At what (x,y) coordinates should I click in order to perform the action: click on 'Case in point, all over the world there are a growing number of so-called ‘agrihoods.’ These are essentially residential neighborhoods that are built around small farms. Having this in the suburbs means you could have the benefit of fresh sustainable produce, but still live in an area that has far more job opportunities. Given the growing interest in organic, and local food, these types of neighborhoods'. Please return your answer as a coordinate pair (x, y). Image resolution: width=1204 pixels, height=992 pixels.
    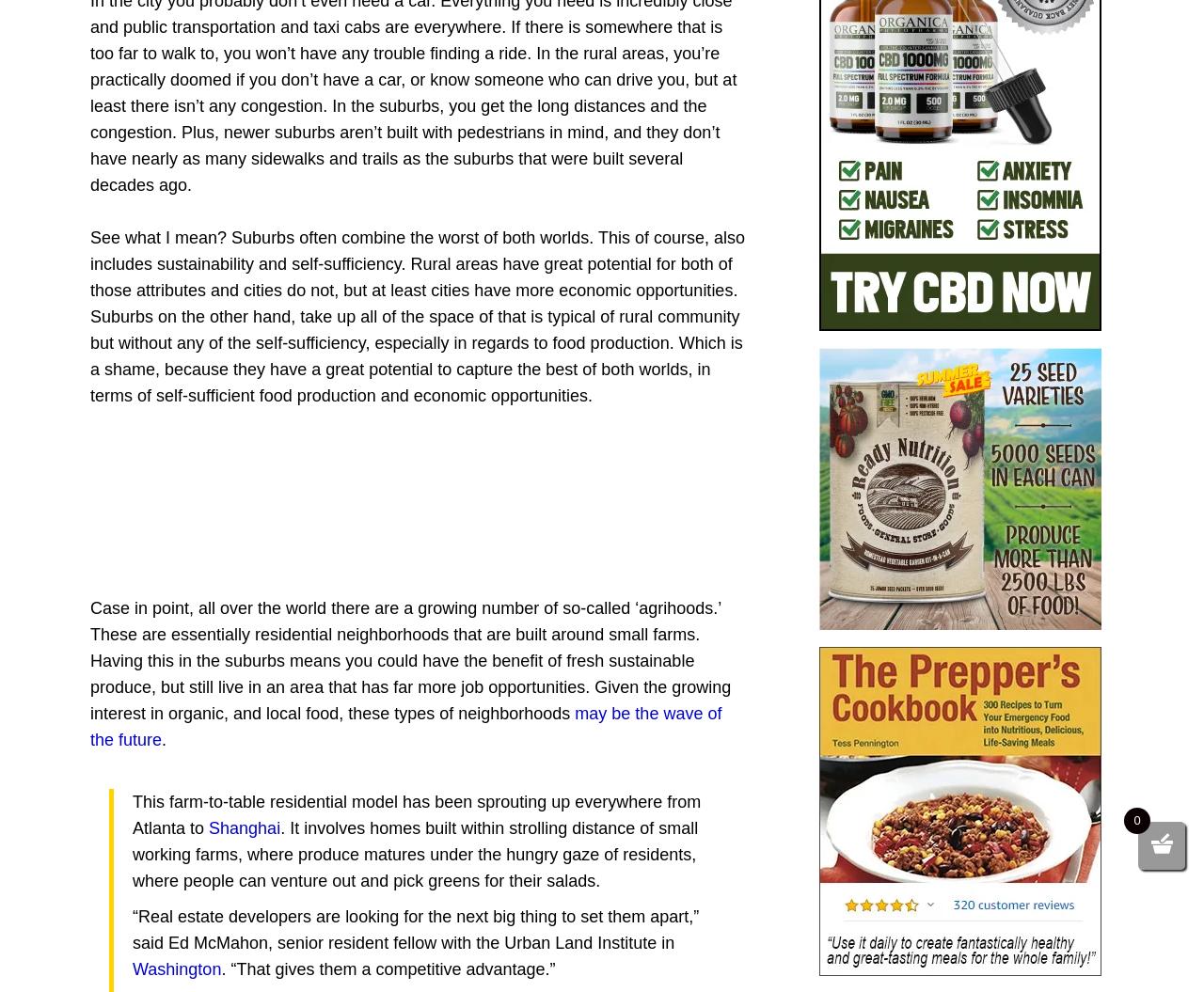
    Looking at the image, I should click on (409, 660).